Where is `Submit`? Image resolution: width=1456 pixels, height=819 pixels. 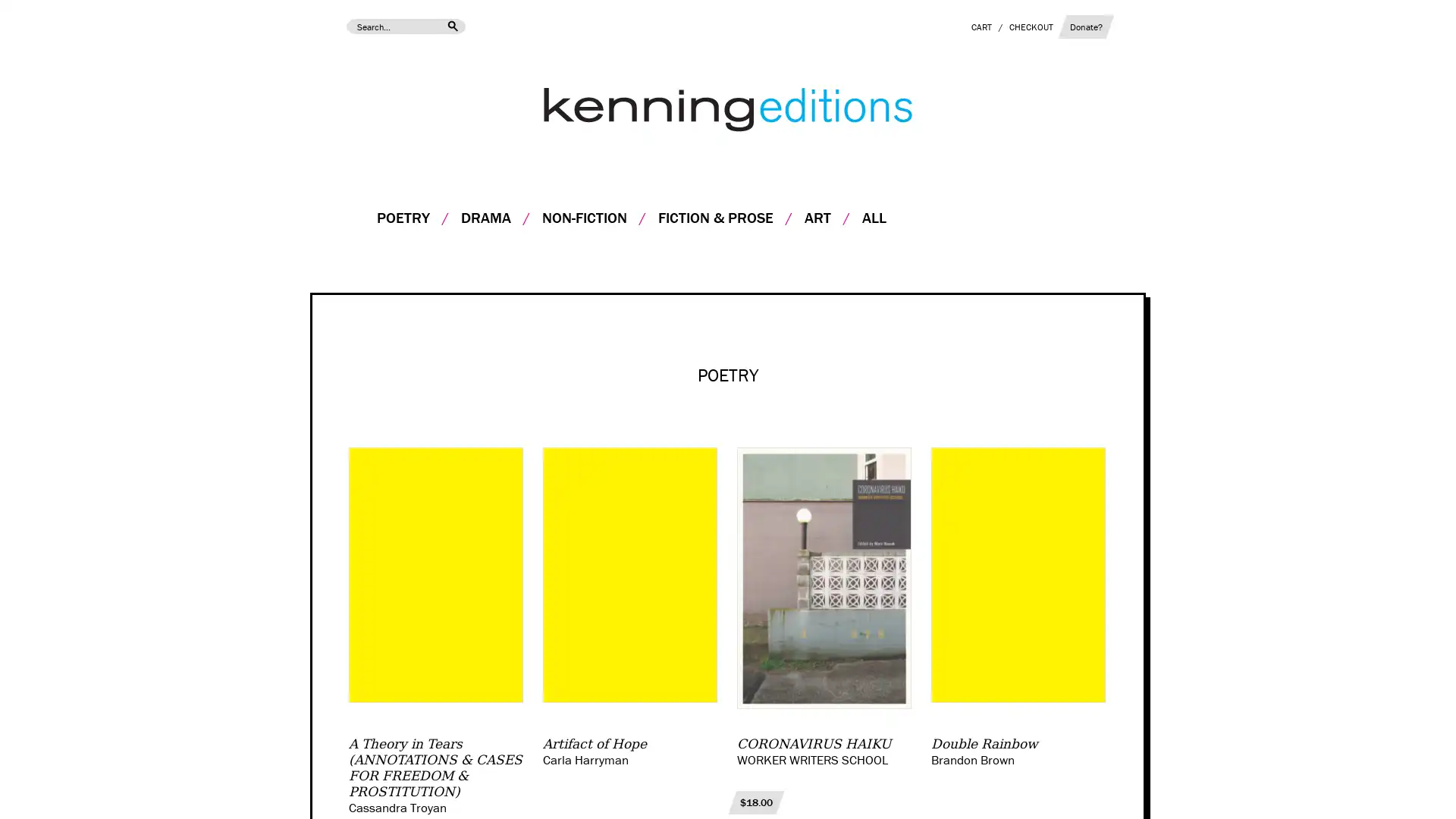 Submit is located at coordinates (450, 26).